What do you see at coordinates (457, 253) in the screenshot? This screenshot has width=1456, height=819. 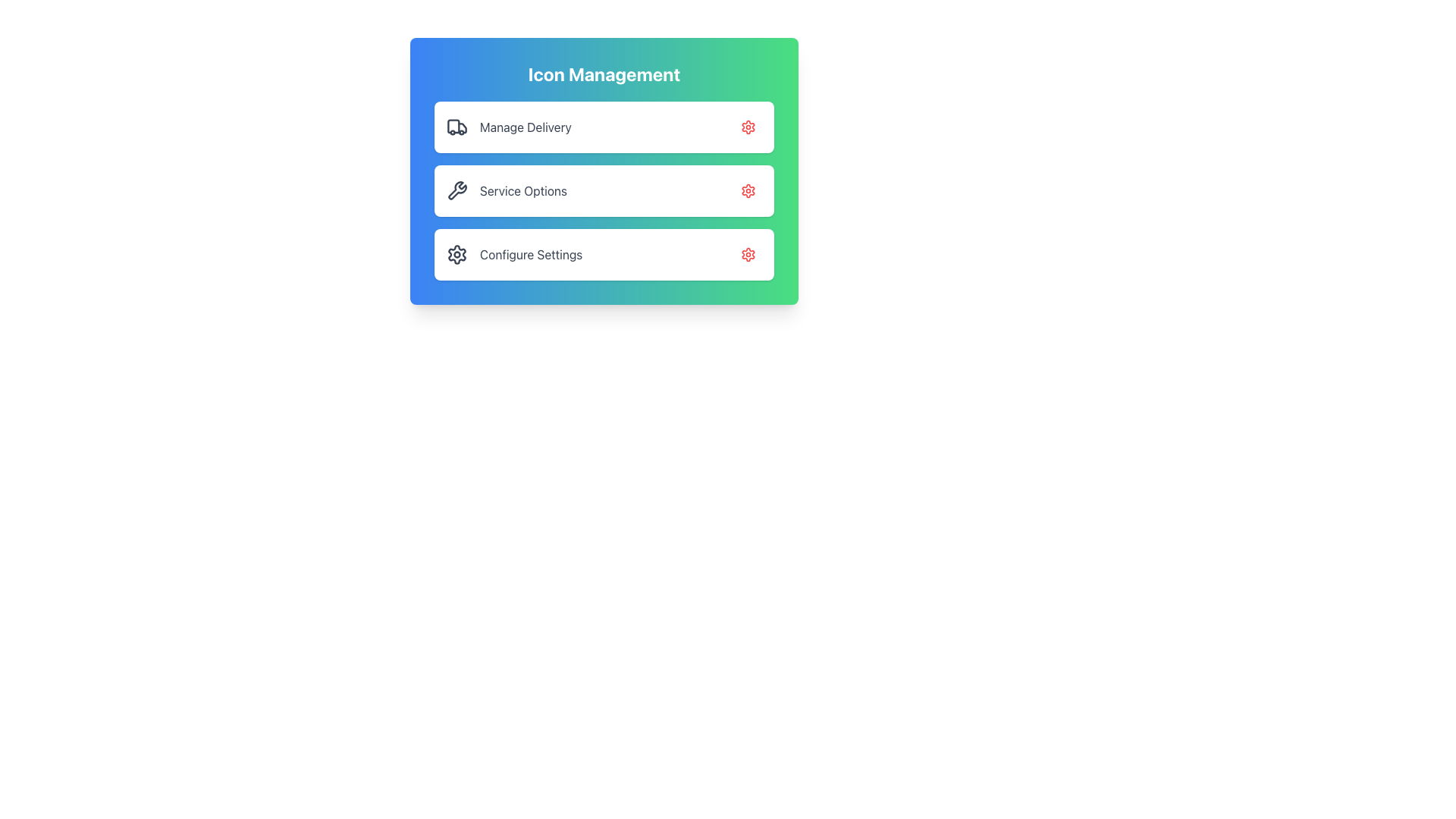 I see `the gear-shaped icon with a dark outline and a white interior located in the bottom-right corner of the 'Configure Settings' item` at bounding box center [457, 253].